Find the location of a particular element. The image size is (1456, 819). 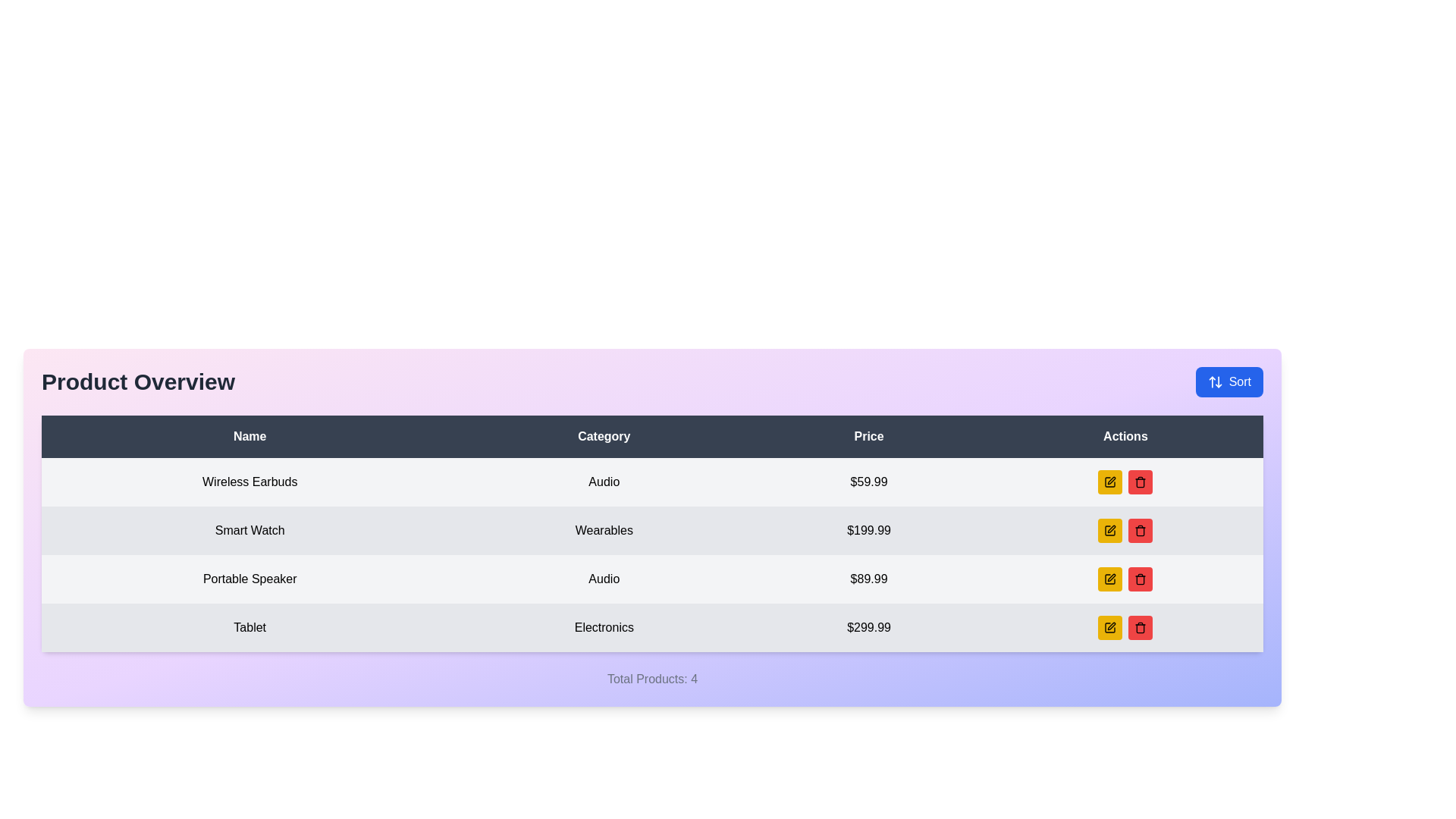

the second row in the 'Product Overview' table that lists the product 'Smart Watch', which has a light gray background and contains the name, category, and price is located at coordinates (652, 529).